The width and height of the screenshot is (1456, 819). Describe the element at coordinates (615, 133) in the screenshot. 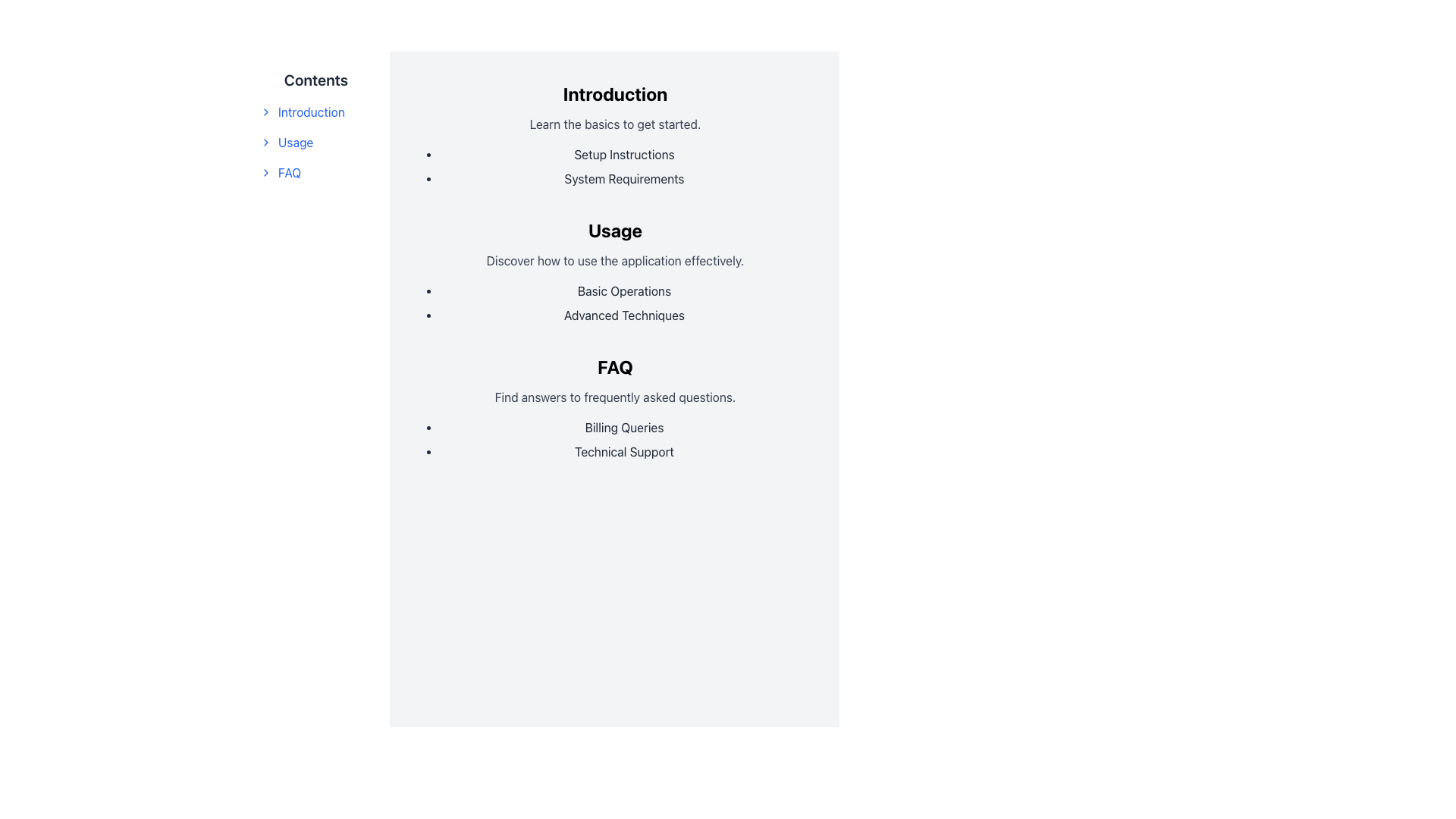

I see `Section Header titled 'Introduction' which contains a description and two bullet points for information gathering` at that location.